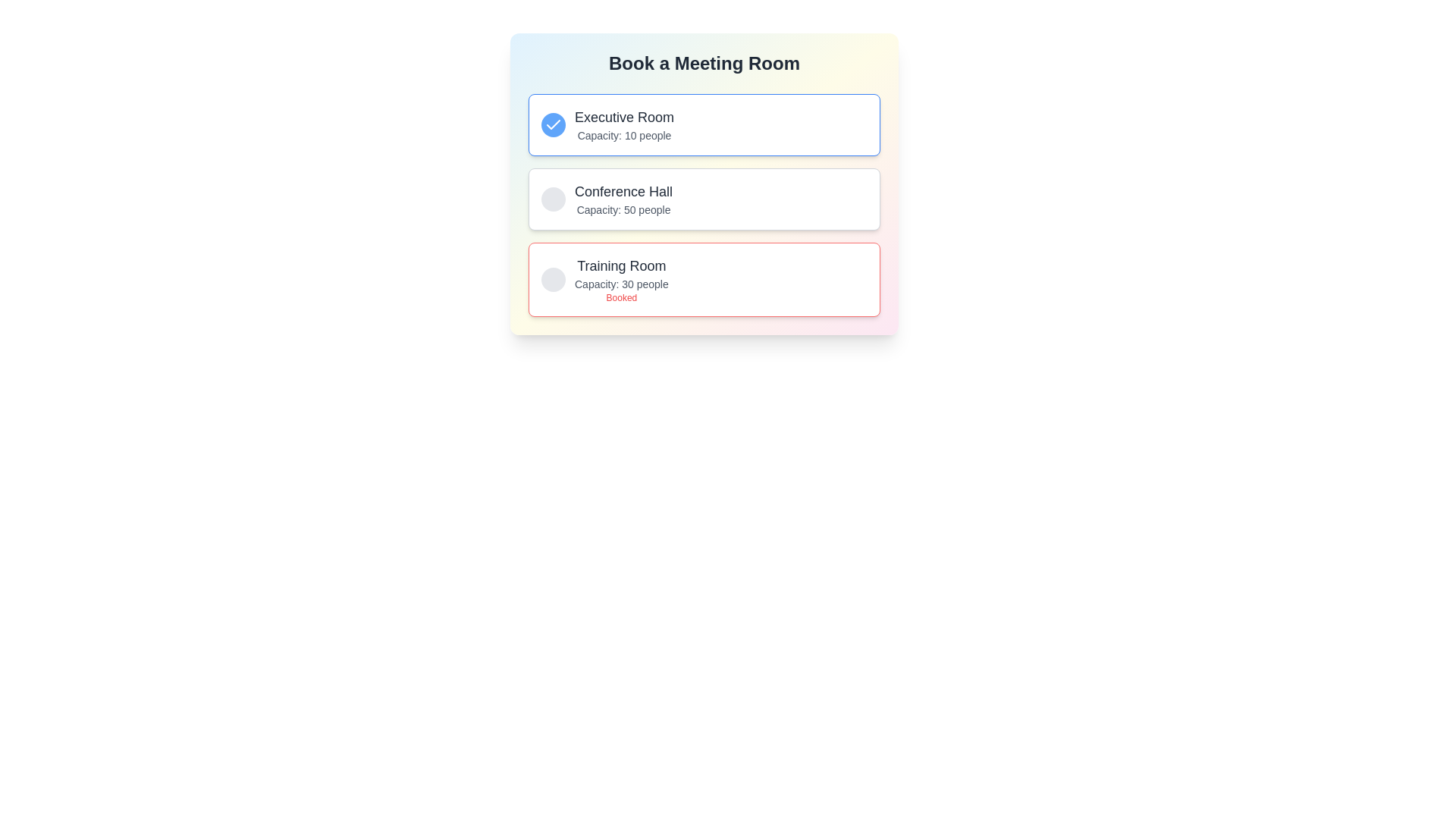 This screenshot has height=819, width=1456. I want to click on the informational card for the Training Room, which displays its capacity and booking status, located in the right column of the room options list as the third entry, so click(604, 280).